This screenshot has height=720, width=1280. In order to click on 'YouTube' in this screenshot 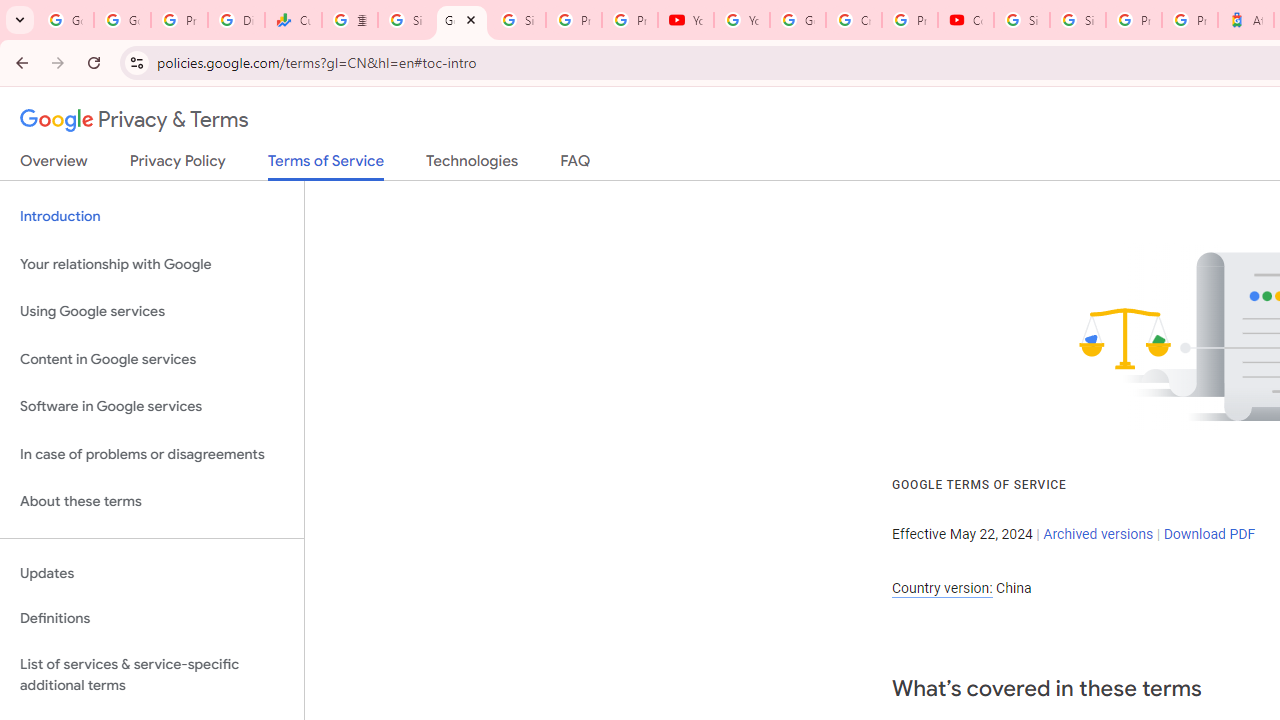, I will do `click(741, 20)`.